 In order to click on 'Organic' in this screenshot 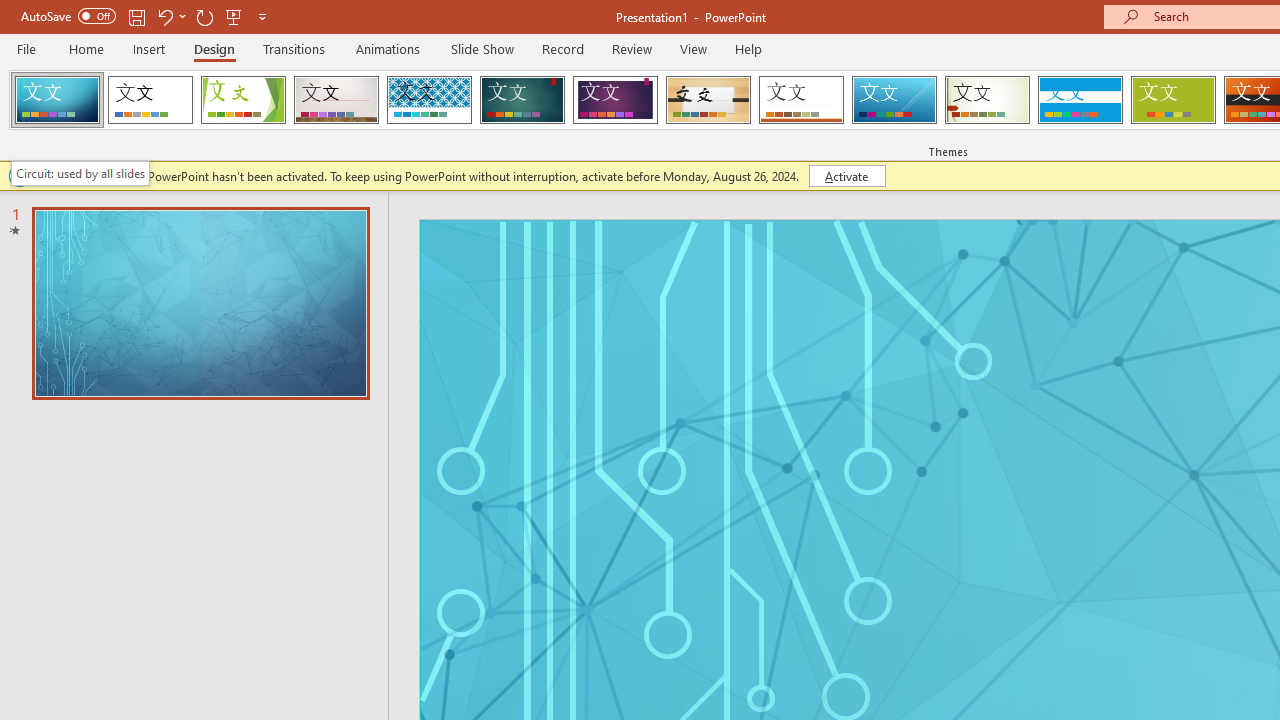, I will do `click(708, 100)`.